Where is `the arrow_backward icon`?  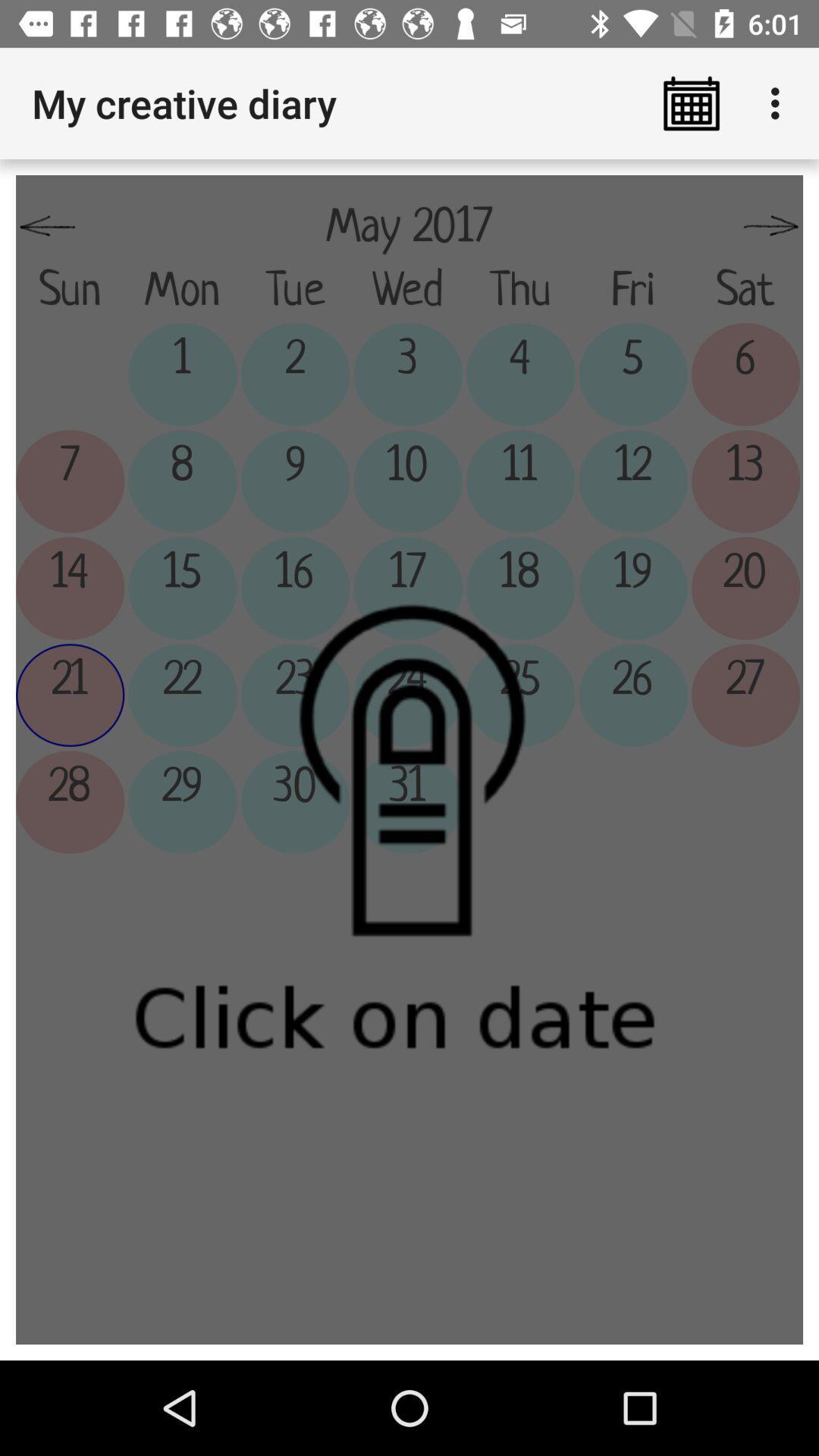 the arrow_backward icon is located at coordinates (46, 226).